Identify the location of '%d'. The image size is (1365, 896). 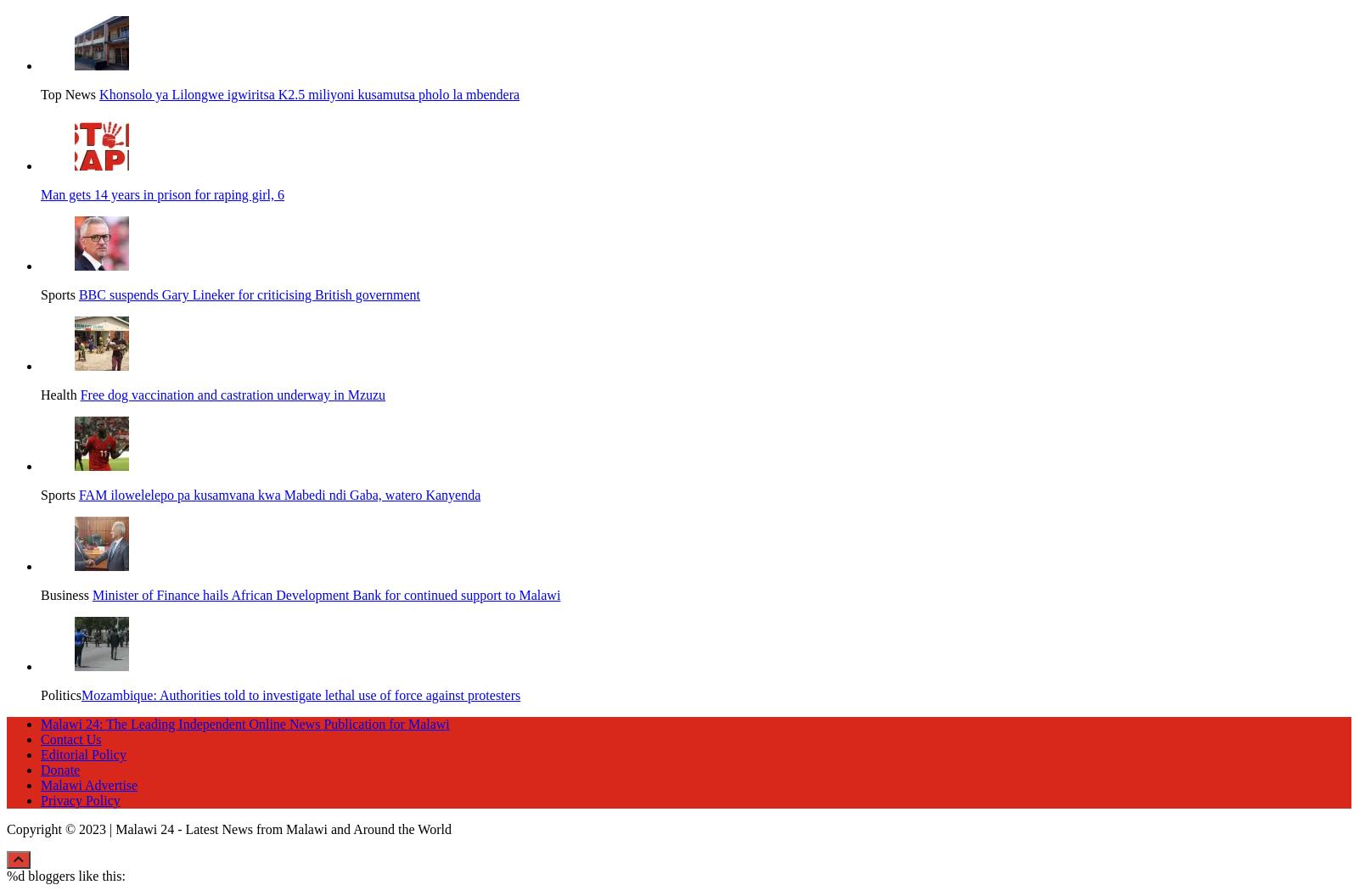
(14, 854).